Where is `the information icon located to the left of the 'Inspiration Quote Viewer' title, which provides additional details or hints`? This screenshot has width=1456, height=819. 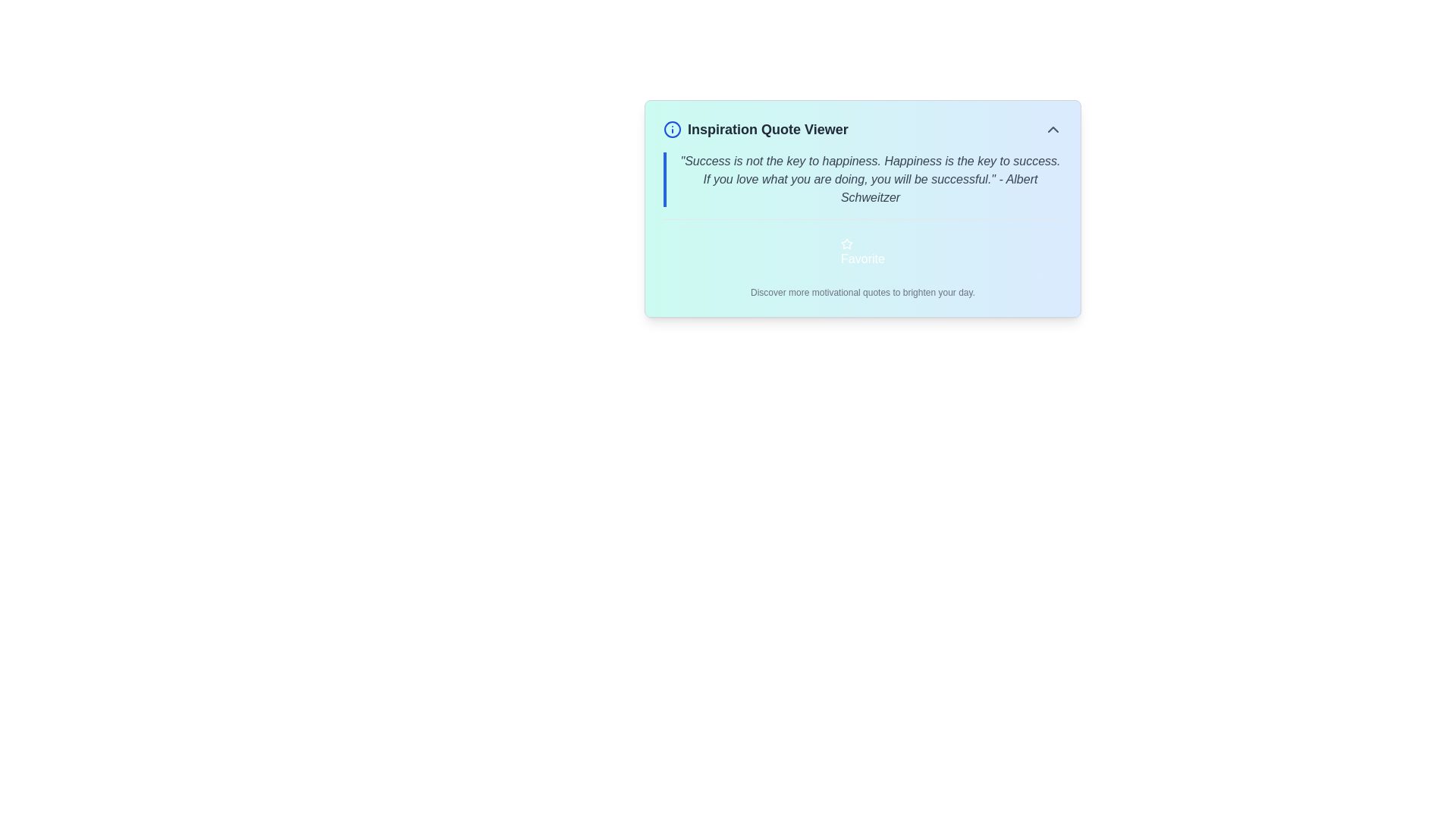 the information icon located to the left of the 'Inspiration Quote Viewer' title, which provides additional details or hints is located at coordinates (672, 128).